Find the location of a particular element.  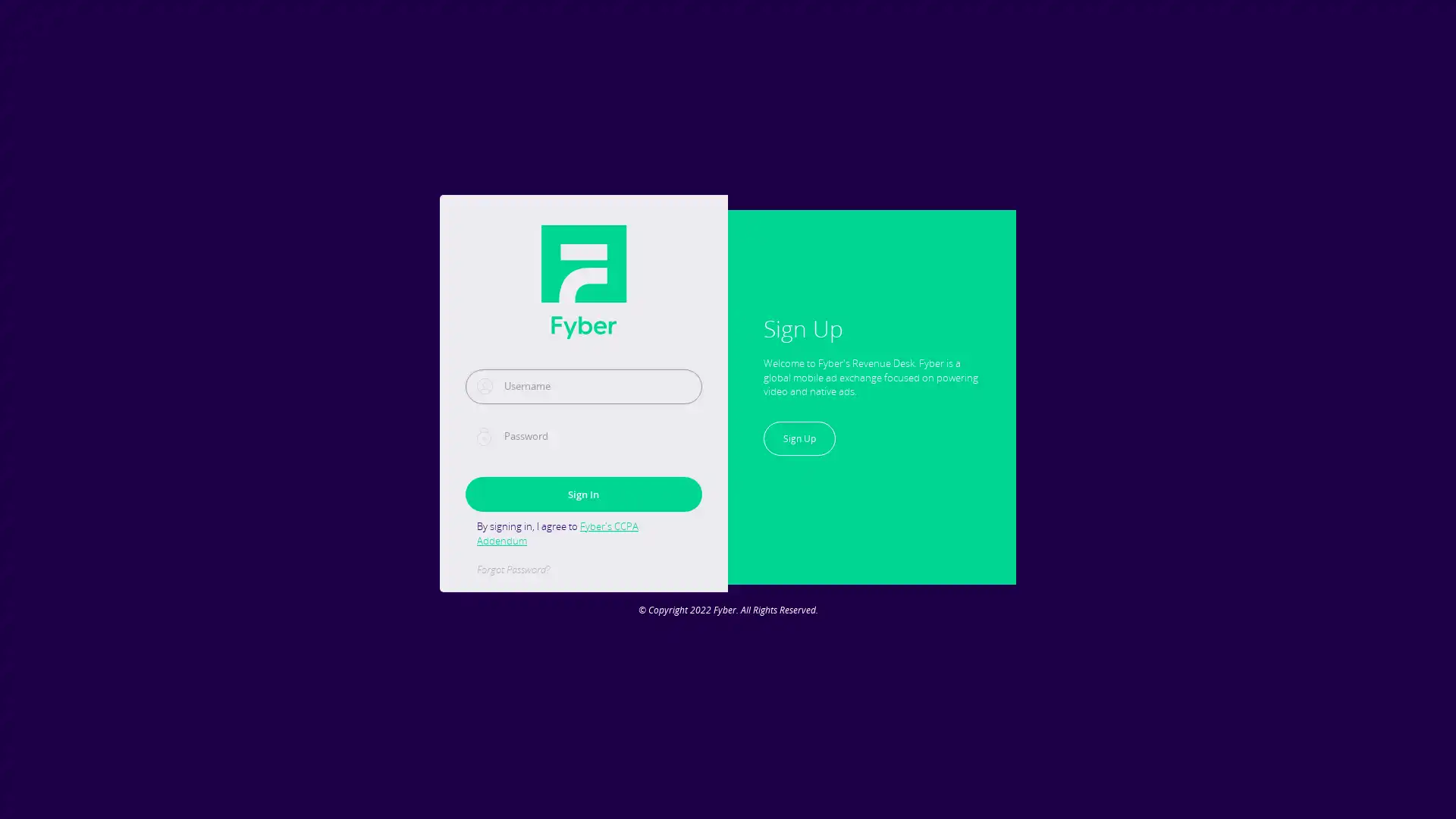

Sign In is located at coordinates (582, 494).